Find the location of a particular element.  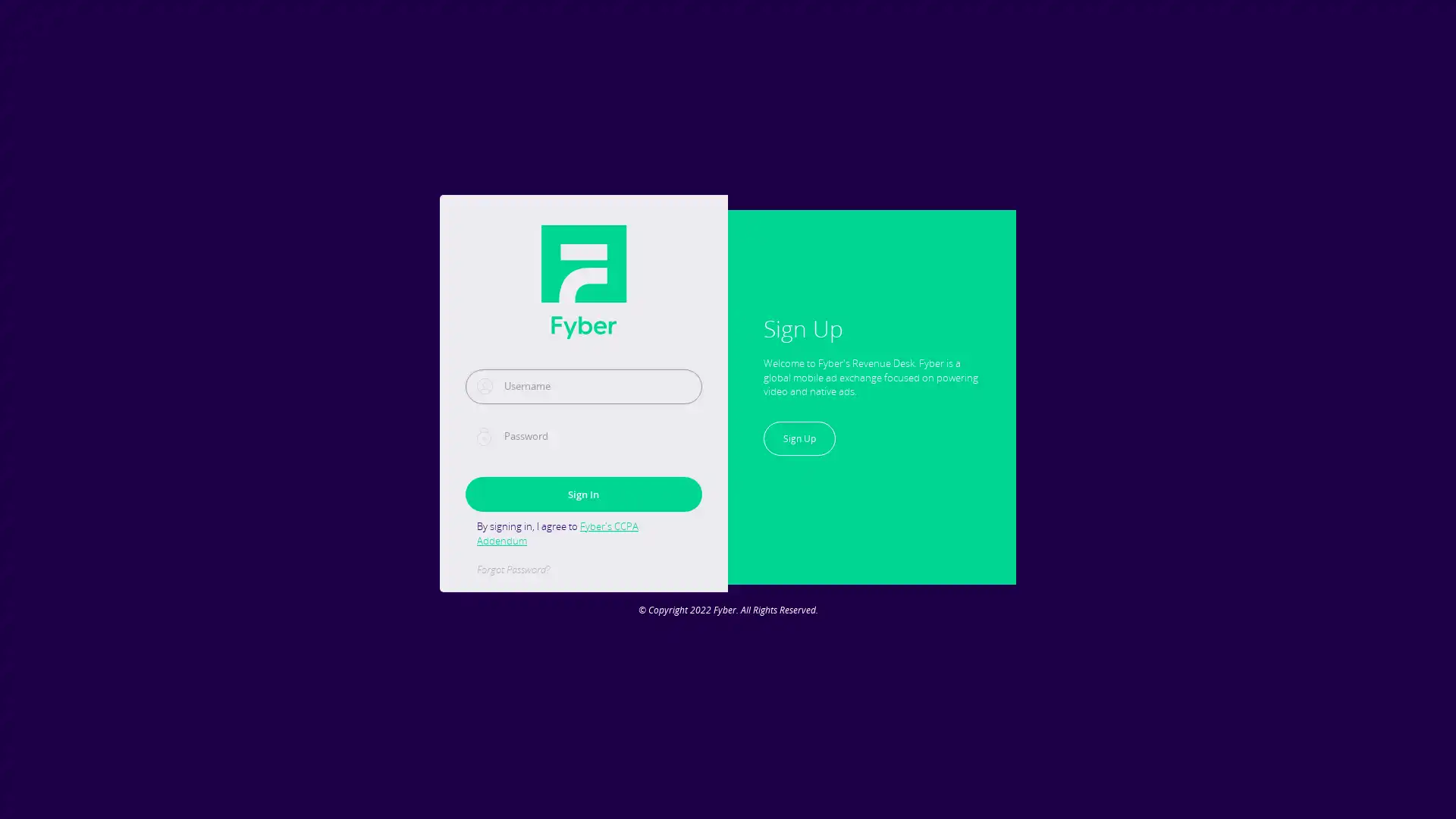

Sign In is located at coordinates (582, 494).